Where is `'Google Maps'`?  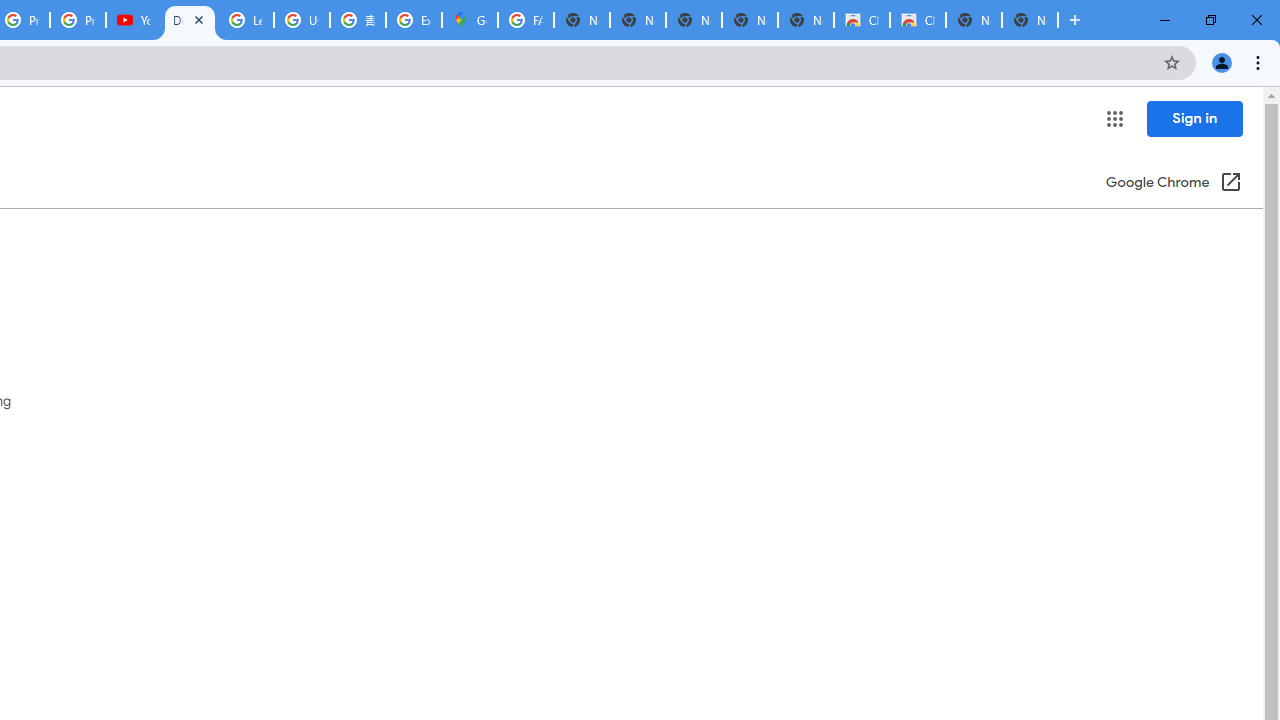 'Google Maps' is located at coordinates (468, 20).